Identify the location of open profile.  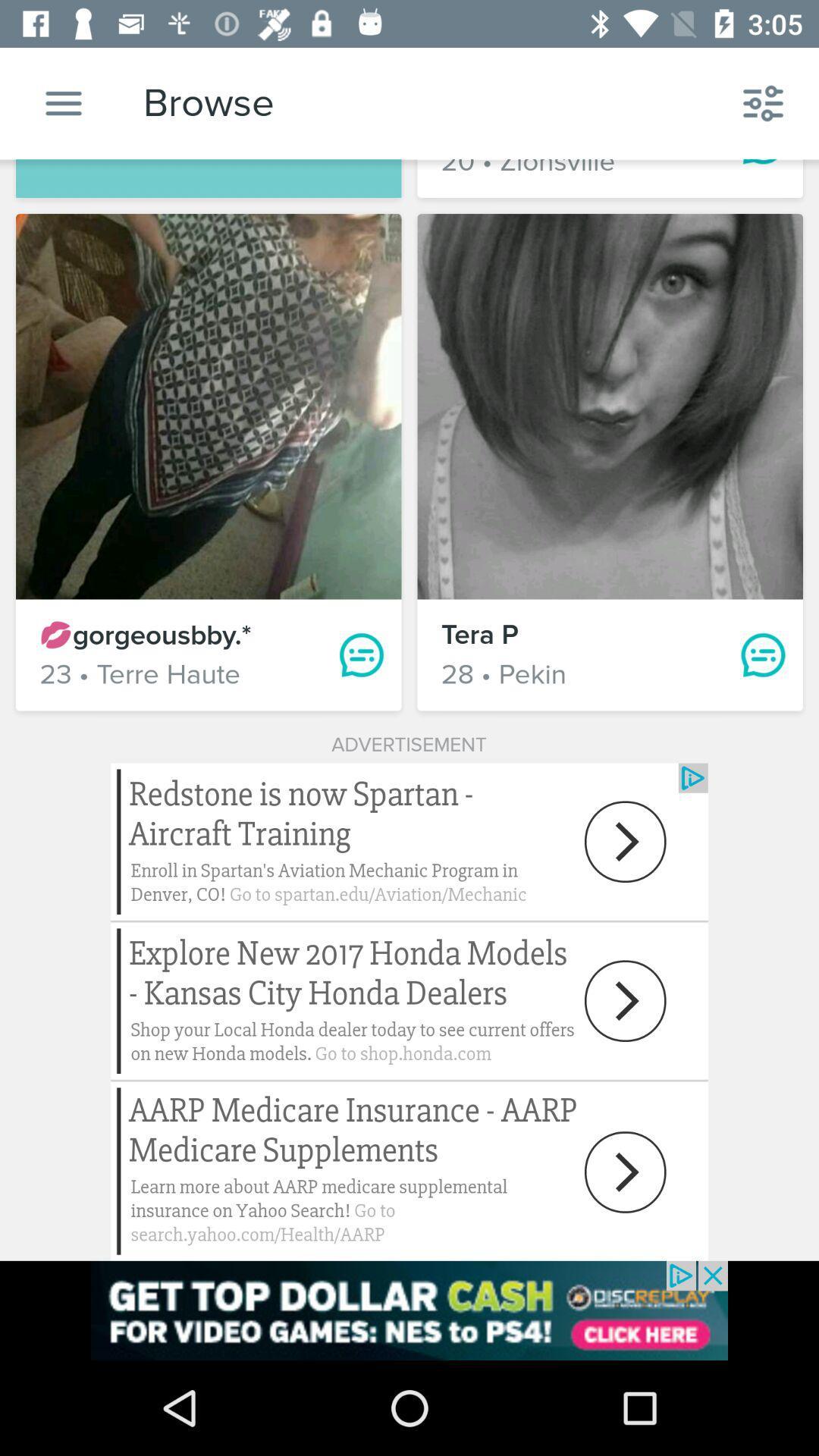
(609, 406).